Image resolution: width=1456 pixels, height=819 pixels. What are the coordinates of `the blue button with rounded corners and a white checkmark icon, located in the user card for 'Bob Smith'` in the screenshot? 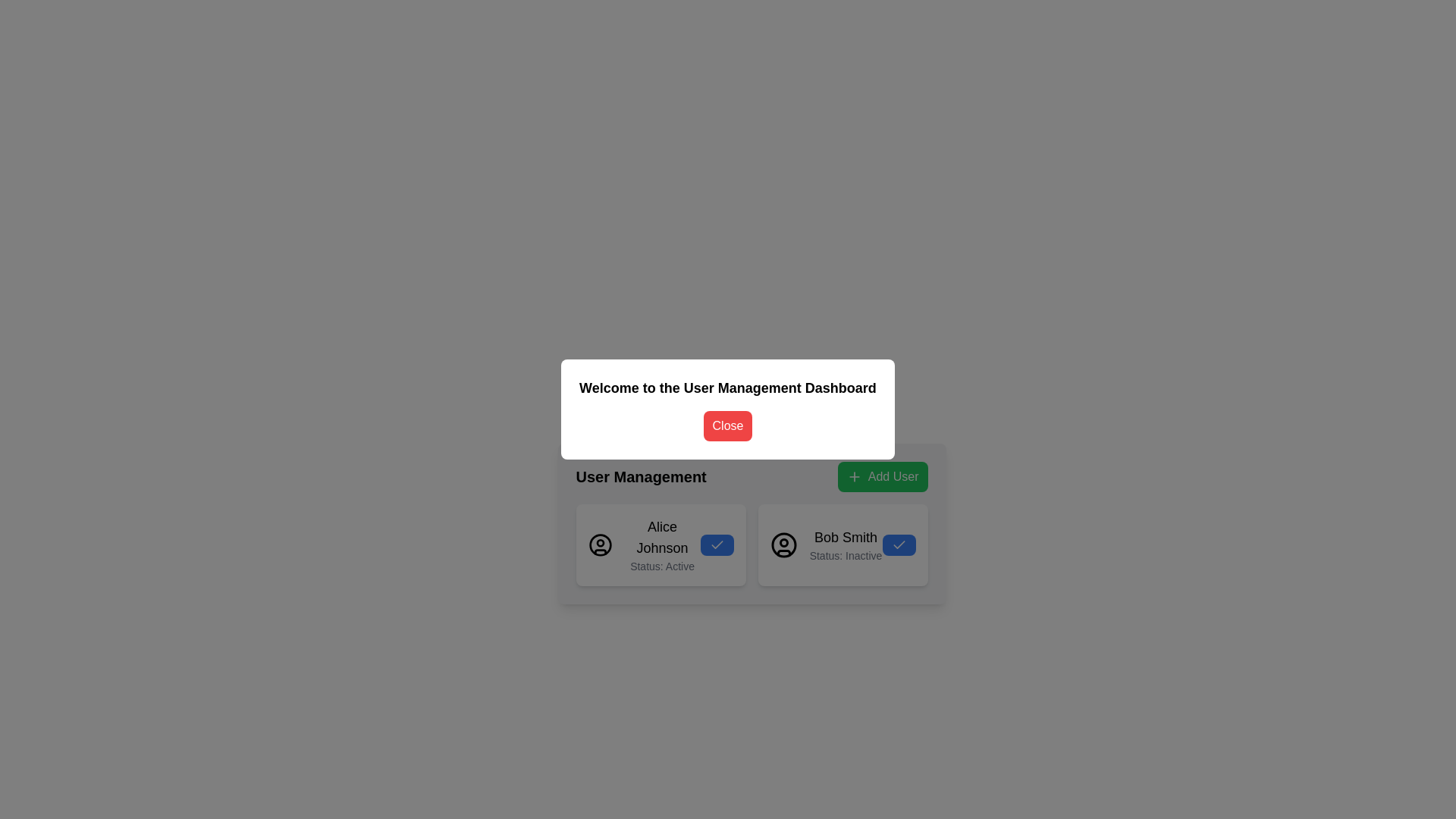 It's located at (899, 544).